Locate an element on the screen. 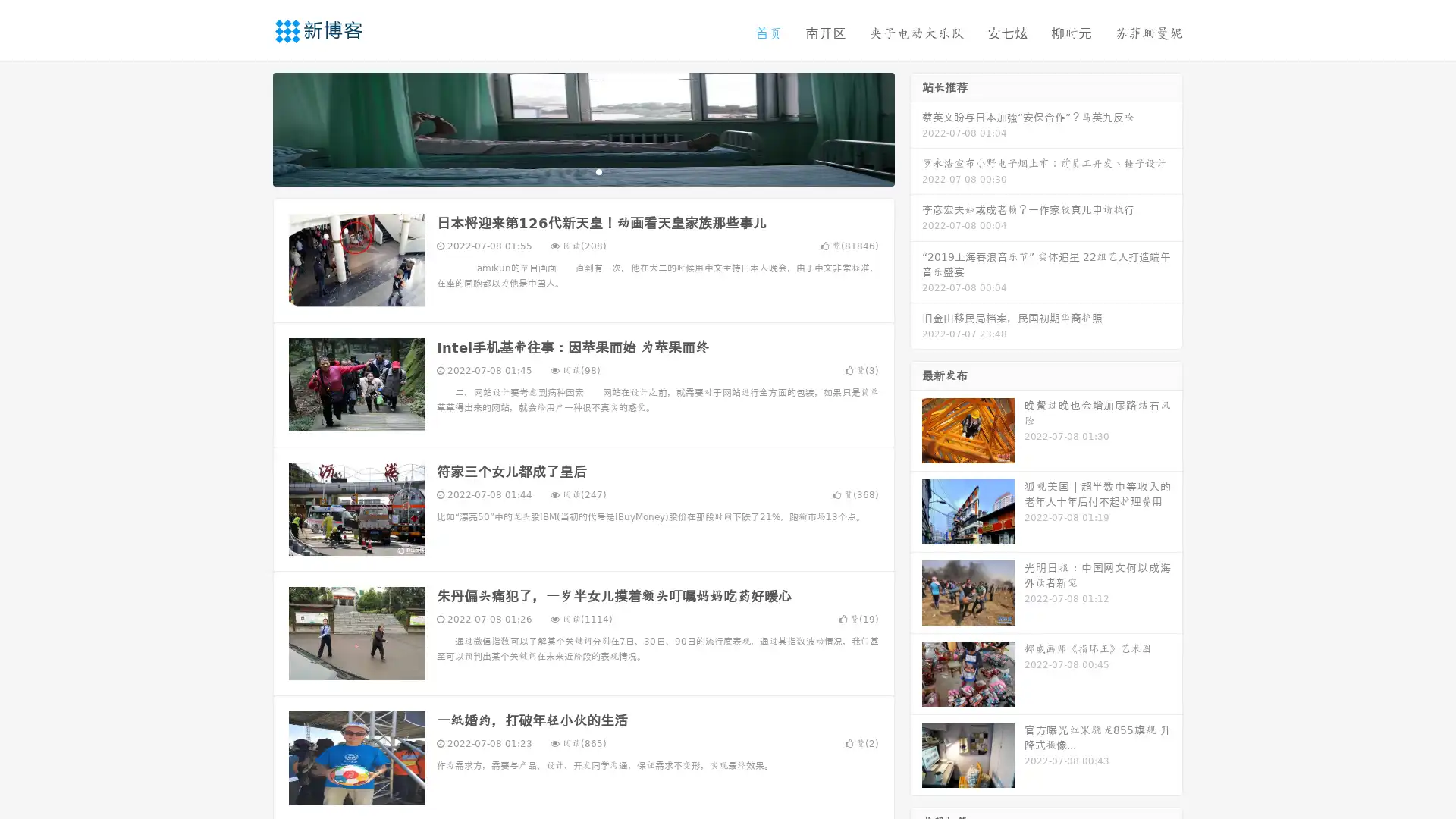 This screenshot has width=1456, height=819. Previous slide is located at coordinates (250, 127).